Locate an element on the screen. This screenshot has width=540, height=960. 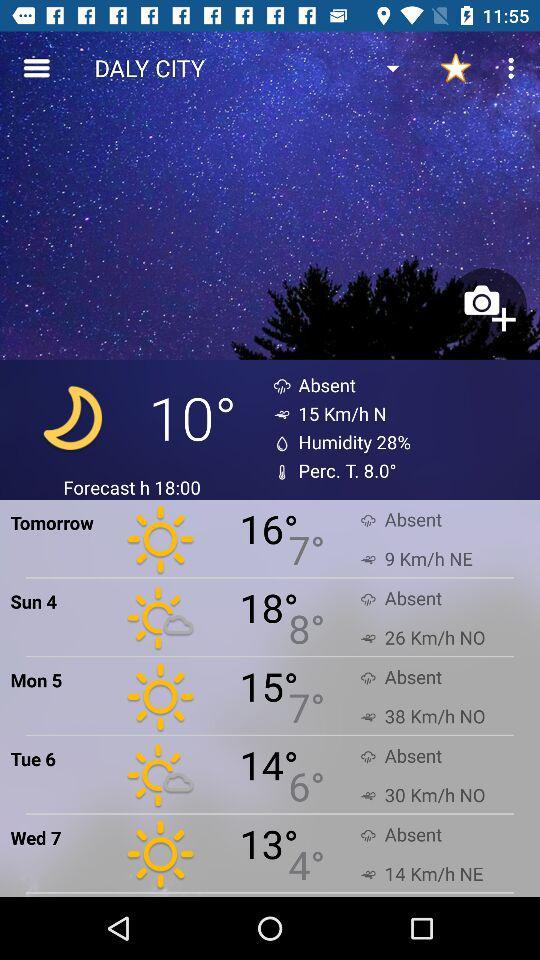
allows you to add photo is located at coordinates (486, 307).